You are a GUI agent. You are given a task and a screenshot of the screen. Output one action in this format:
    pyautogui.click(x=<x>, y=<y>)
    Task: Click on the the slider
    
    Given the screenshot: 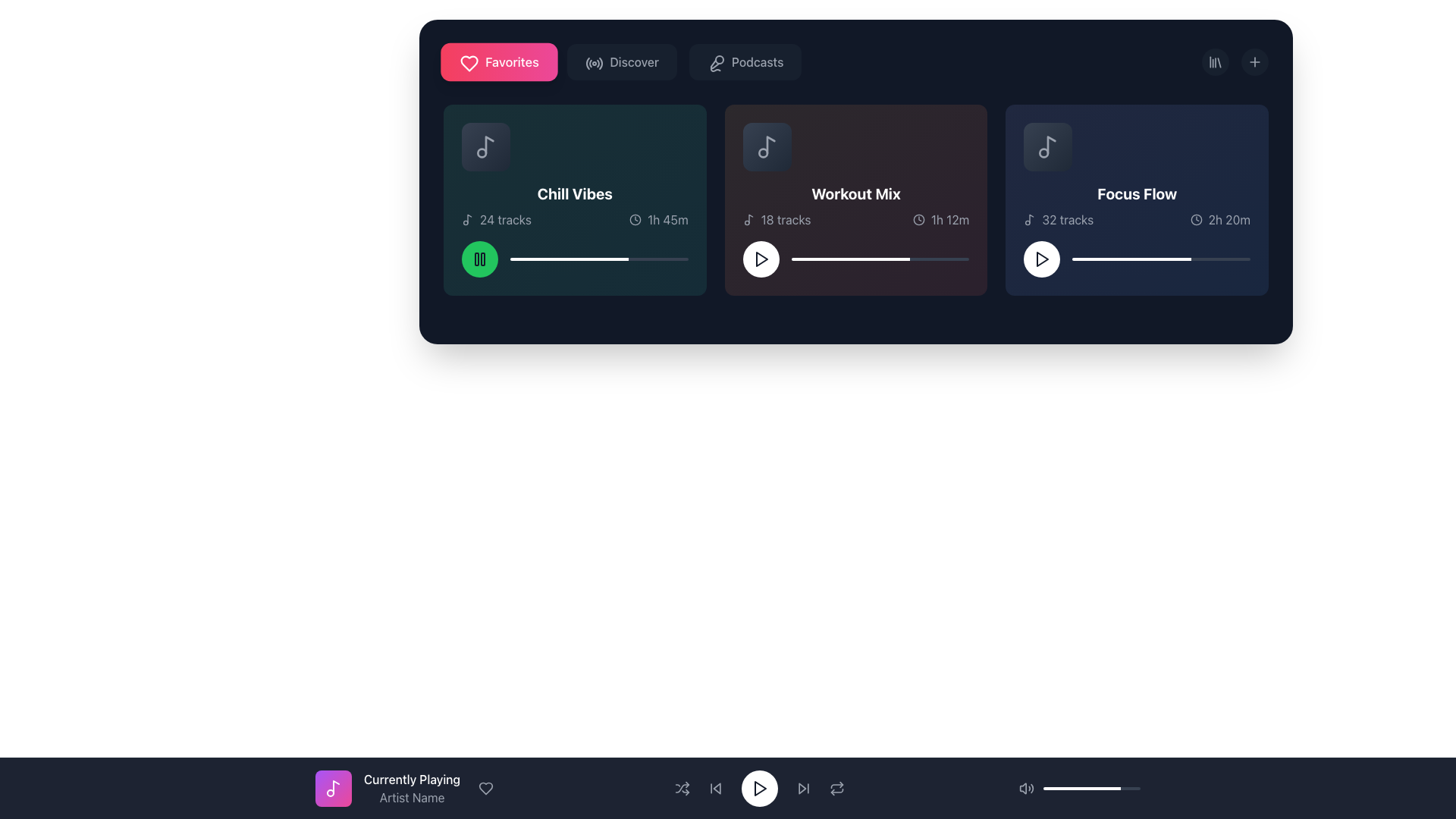 What is the action you would take?
    pyautogui.click(x=798, y=259)
    